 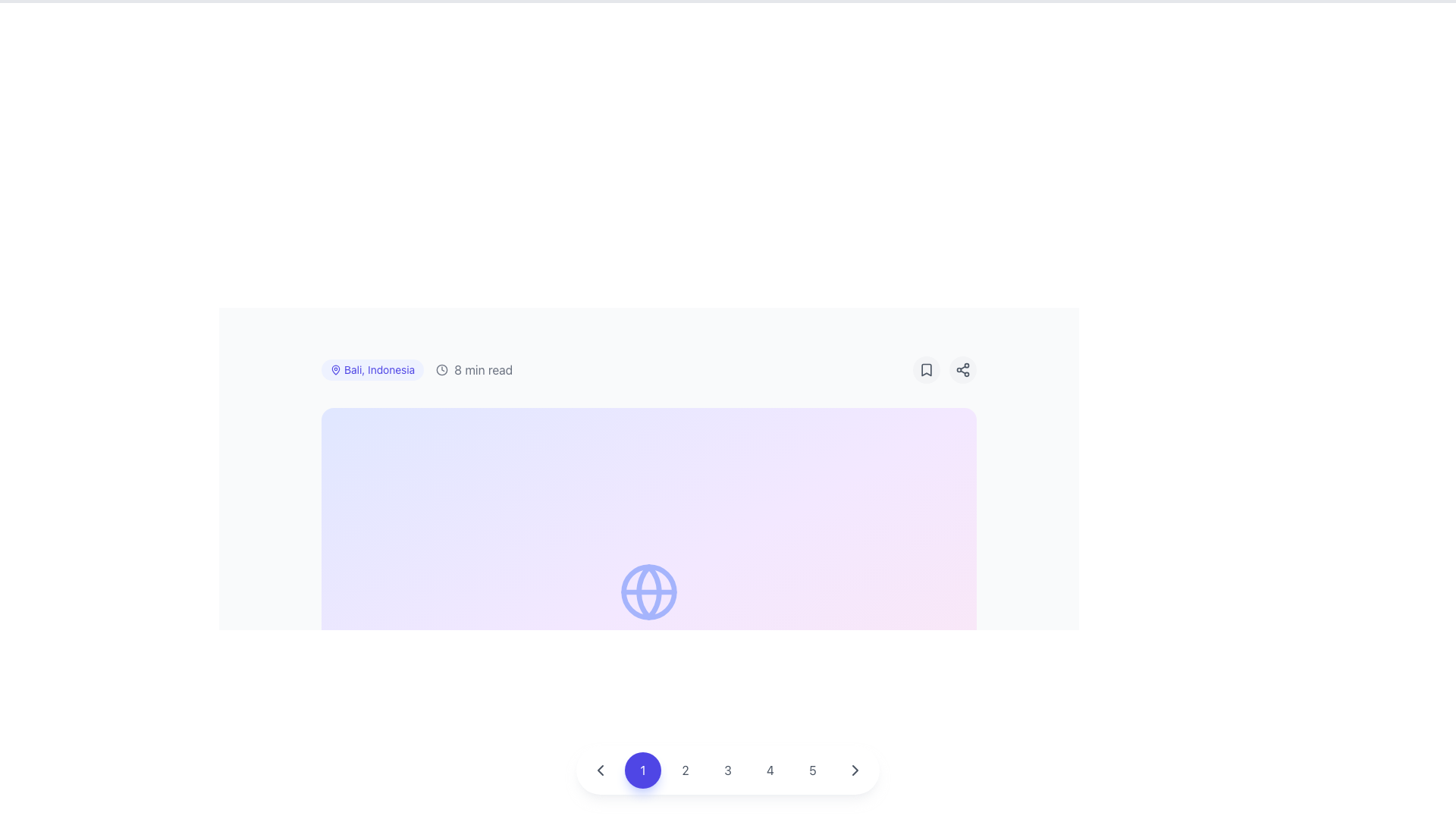 What do you see at coordinates (482, 370) in the screenshot?
I see `text label that indicates the estimated duration to read the associated content, which is located to the right of the clock icon and next to the geographic location label 'Bali, Indonesia'` at bounding box center [482, 370].